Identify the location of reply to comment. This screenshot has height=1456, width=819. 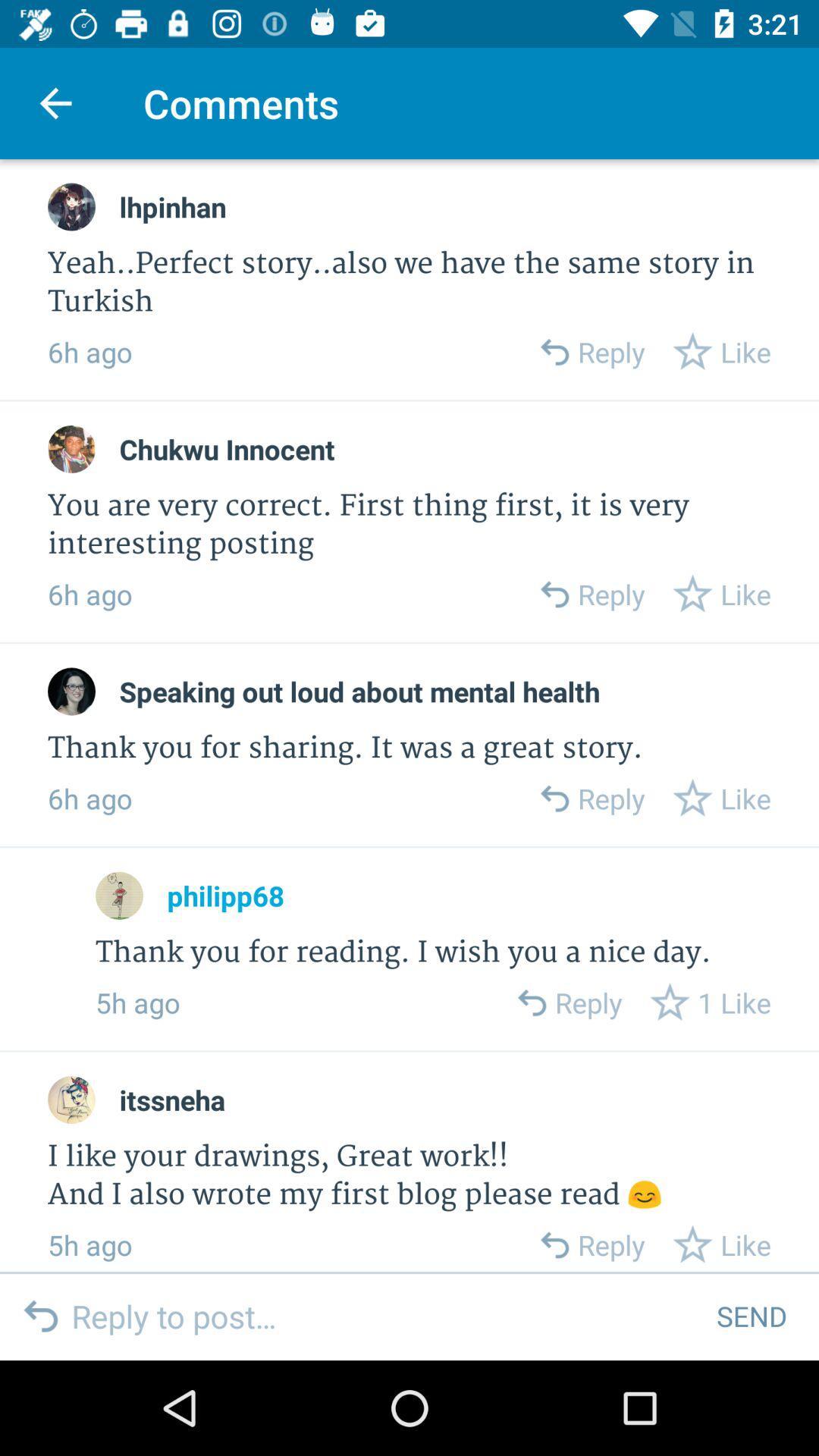
(530, 1003).